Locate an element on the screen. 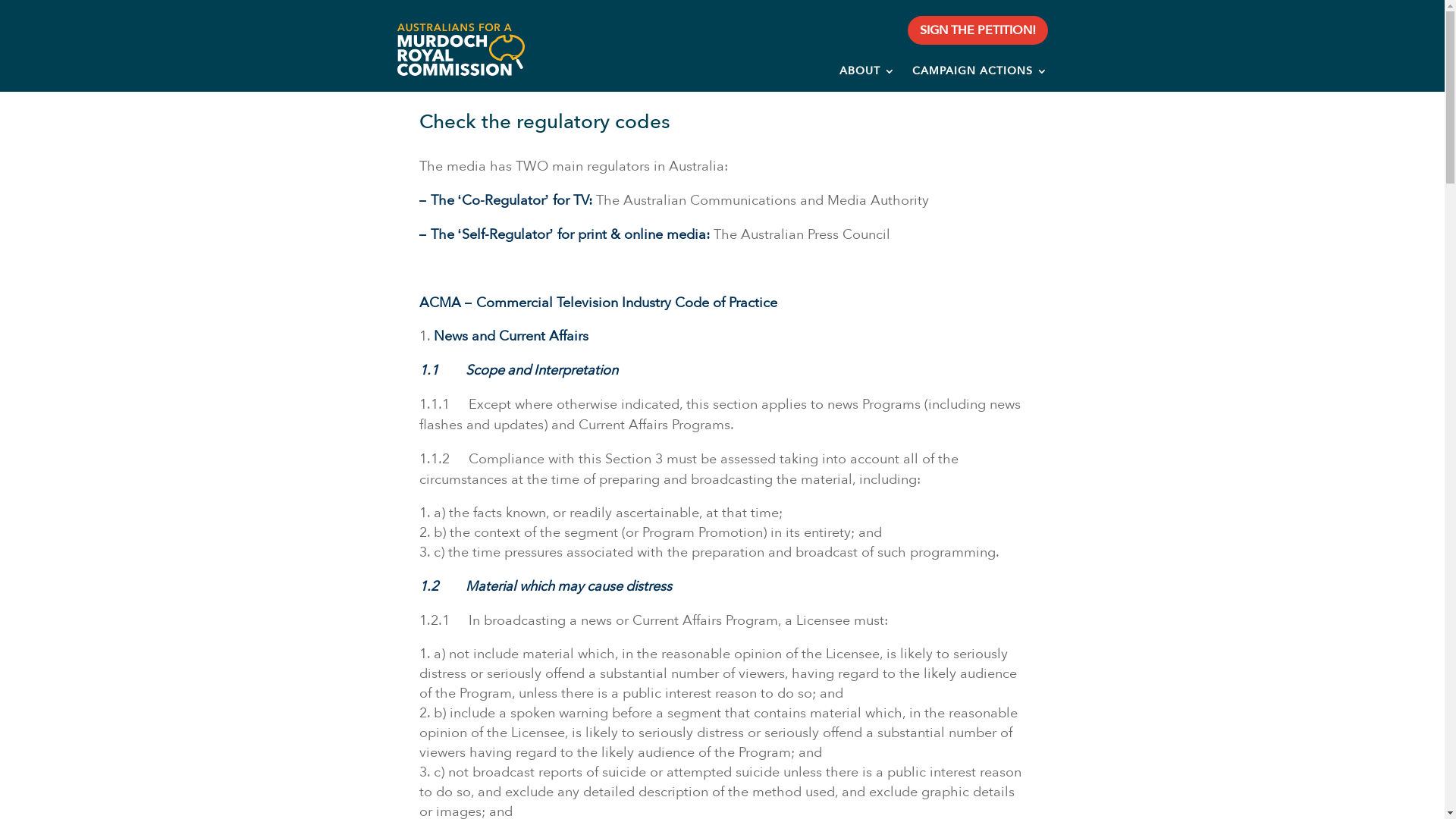 The width and height of the screenshot is (1456, 819). 'ABOUT' is located at coordinates (867, 74).